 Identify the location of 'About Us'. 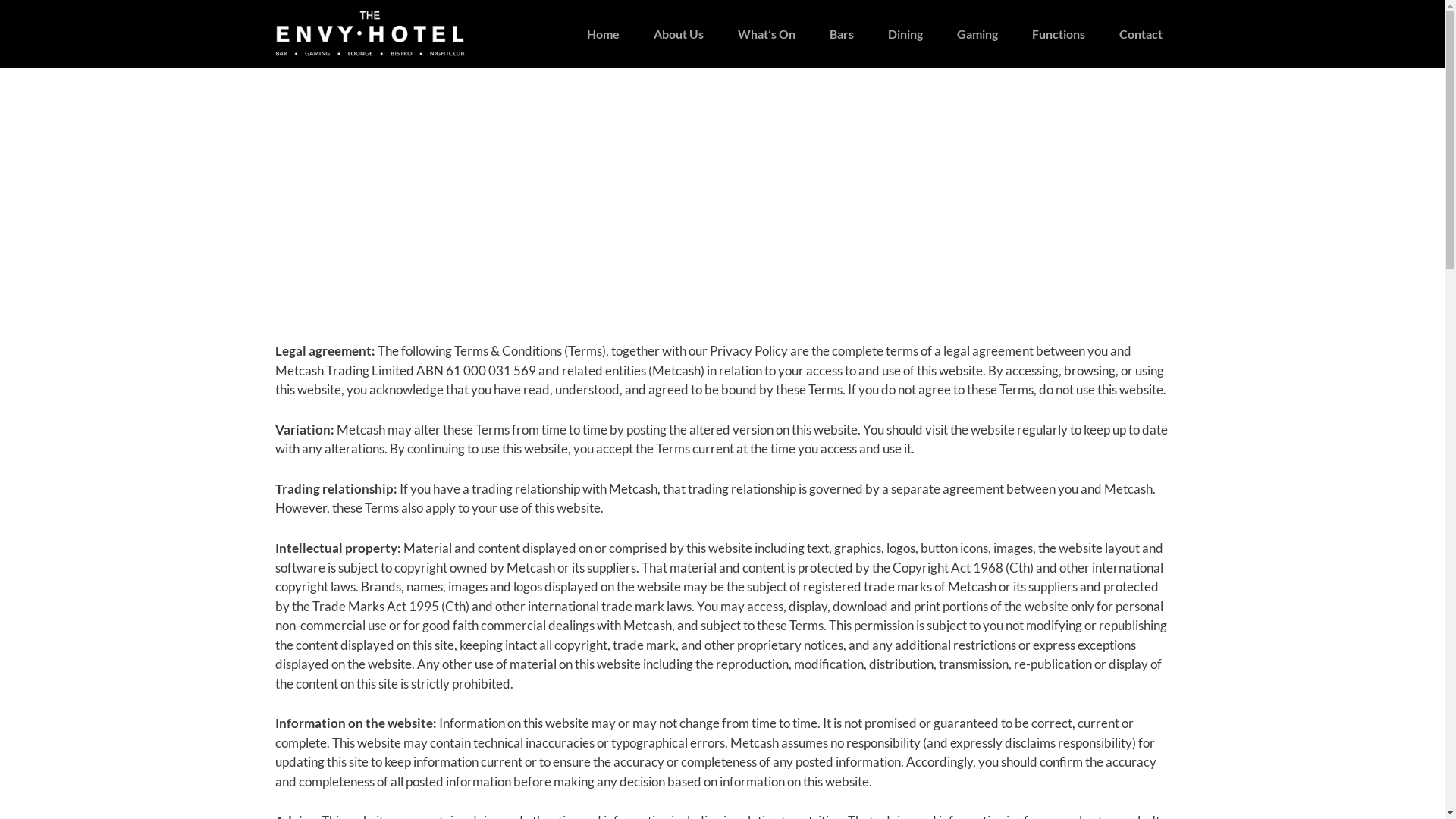
(654, 34).